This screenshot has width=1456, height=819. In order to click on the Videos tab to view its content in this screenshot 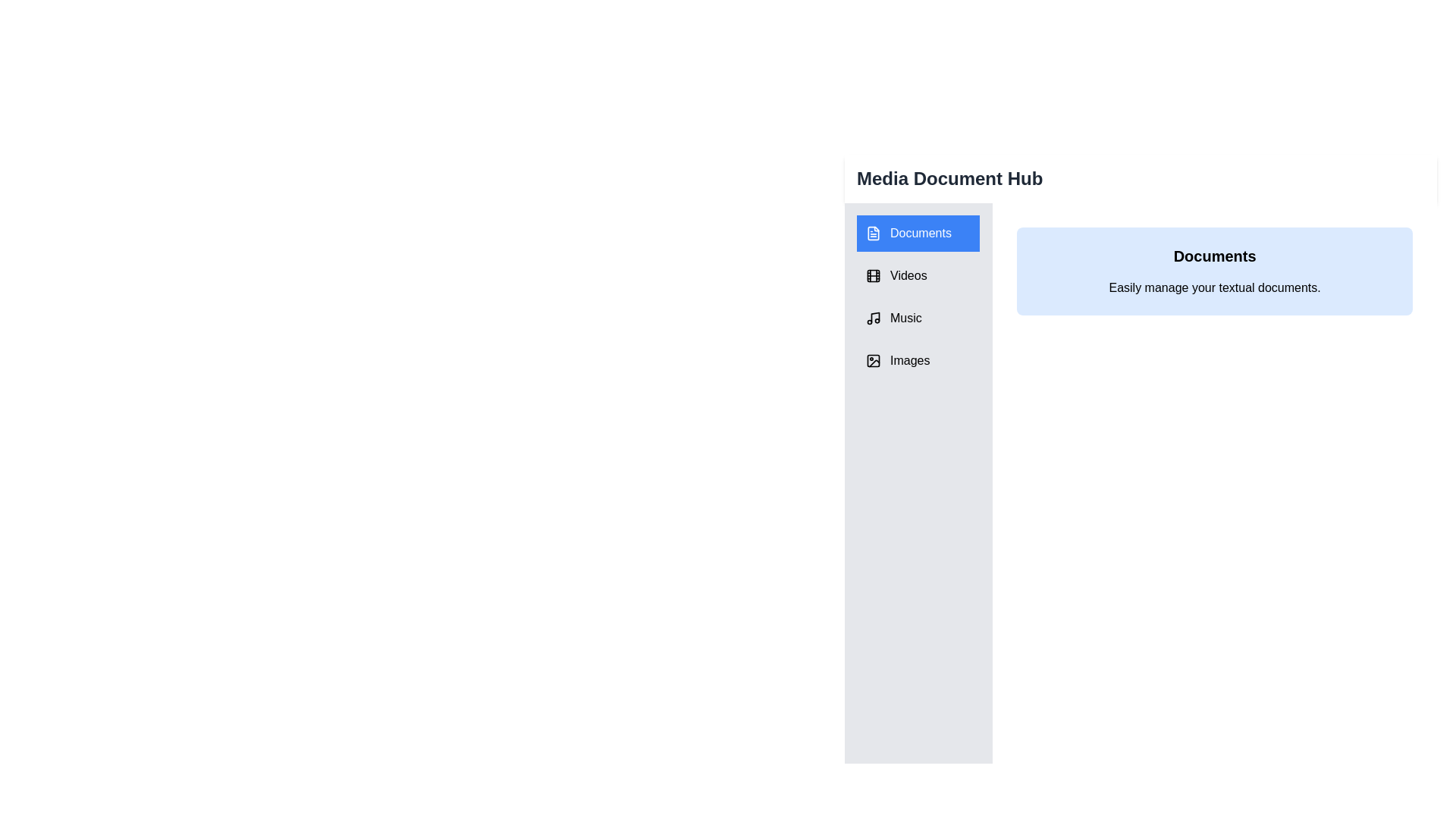, I will do `click(917, 275)`.